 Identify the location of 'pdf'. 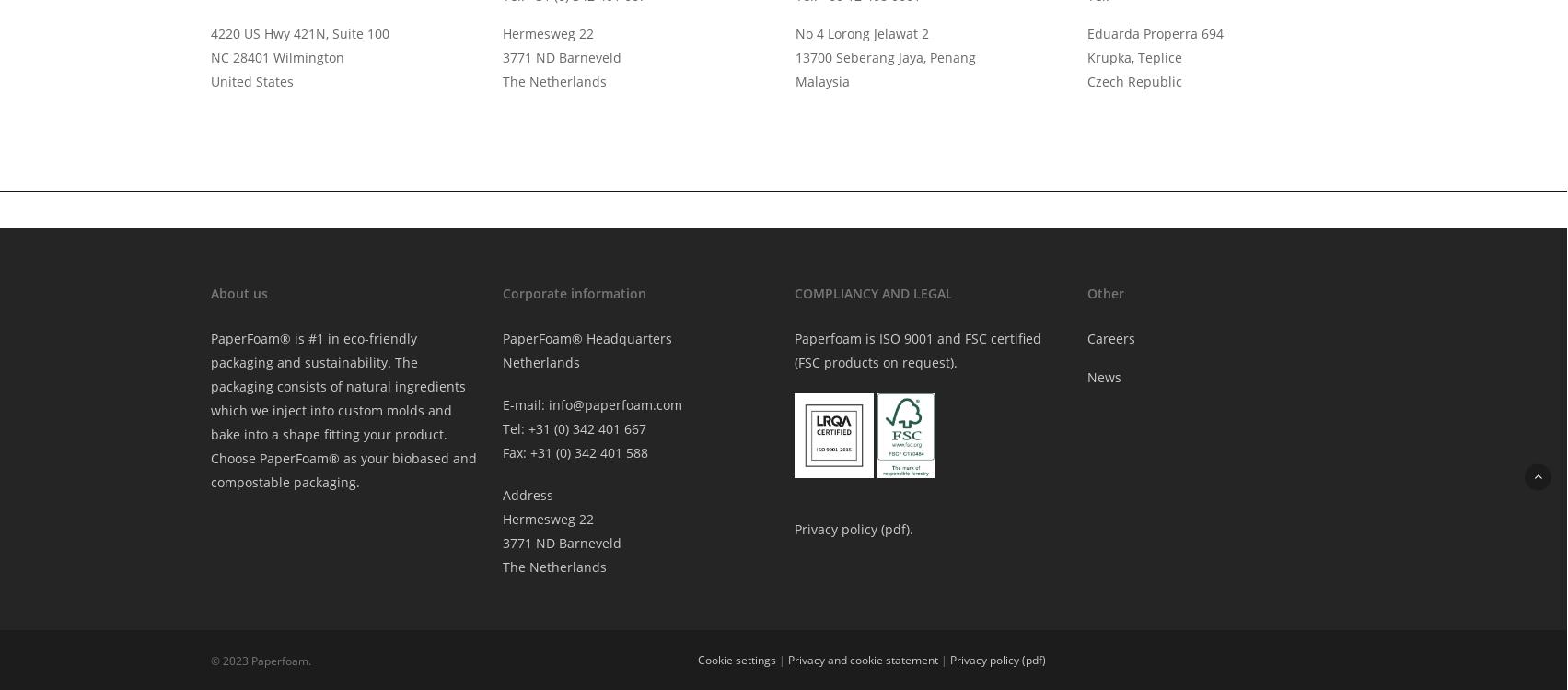
(894, 528).